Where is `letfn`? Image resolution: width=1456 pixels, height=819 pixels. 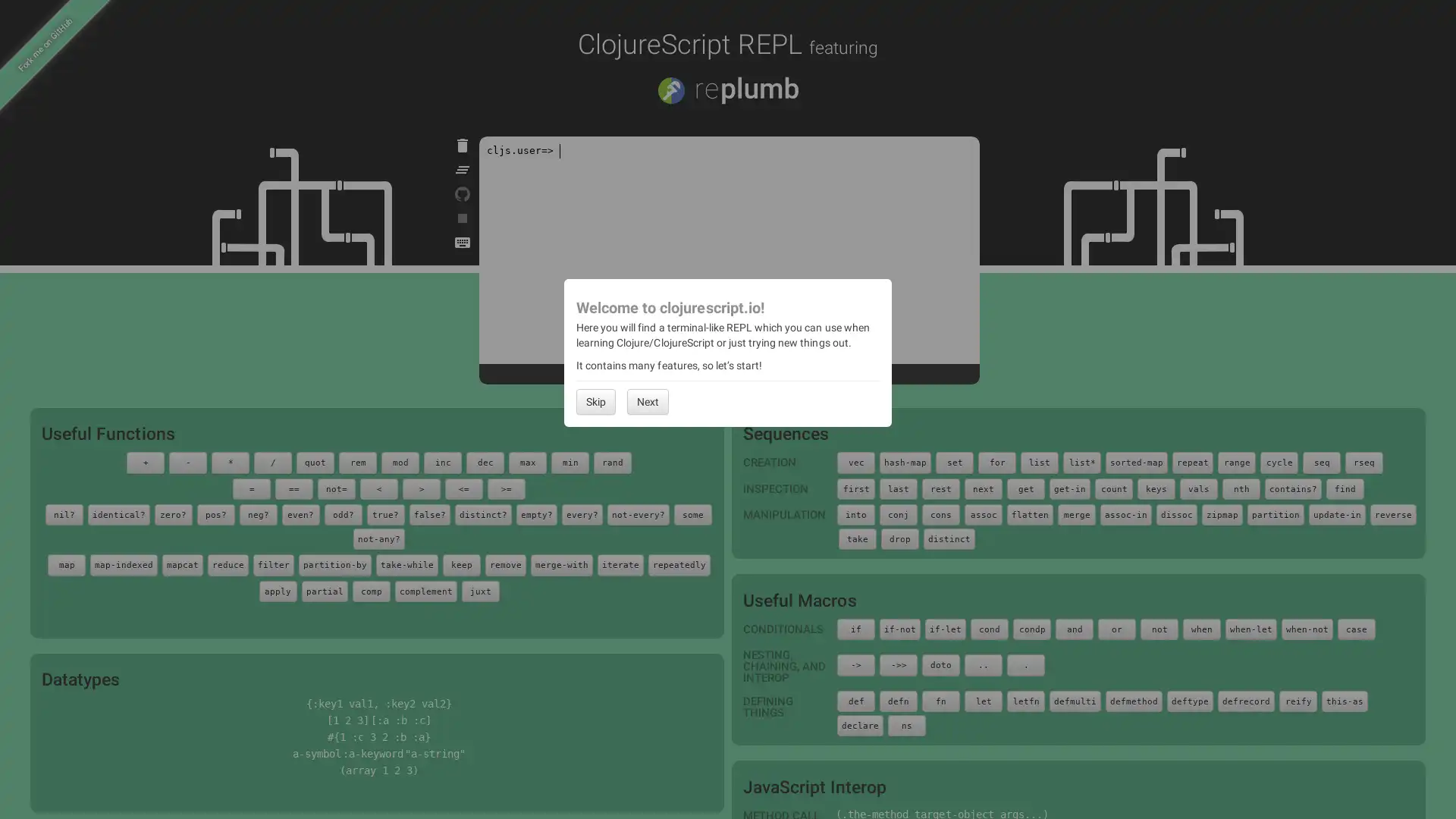
letfn is located at coordinates (1026, 701).